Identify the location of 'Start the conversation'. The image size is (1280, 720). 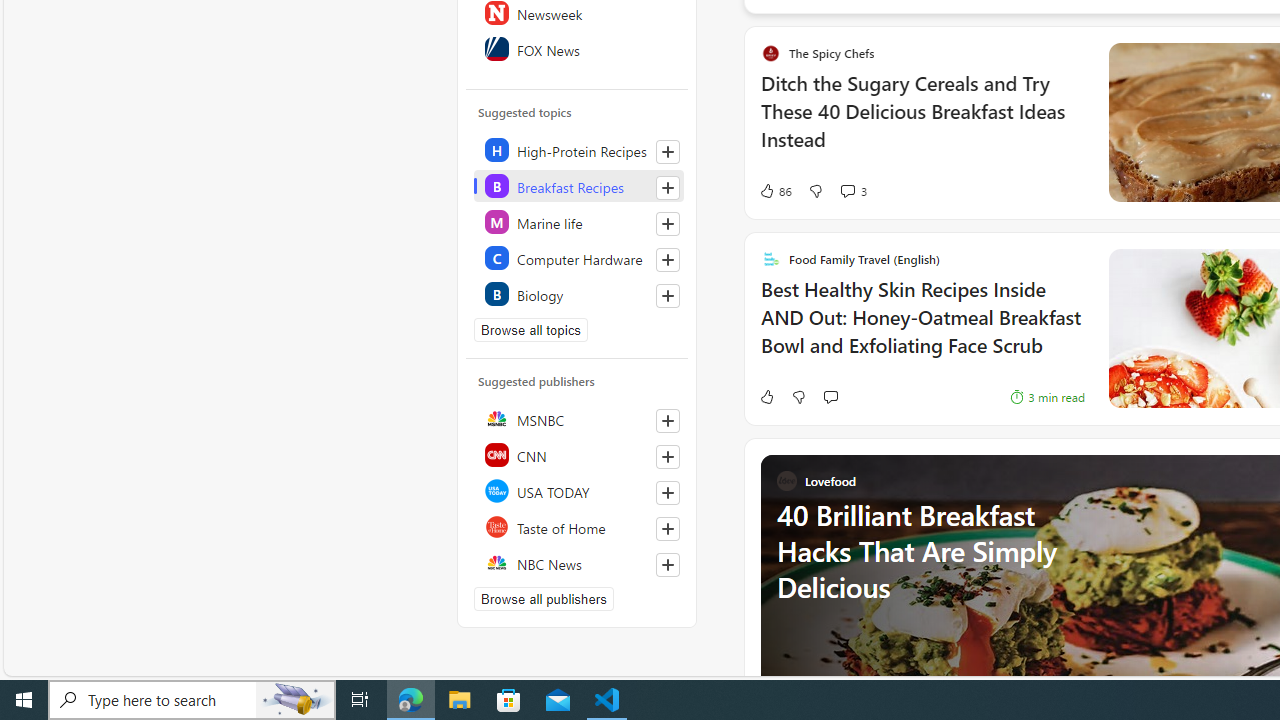
(830, 397).